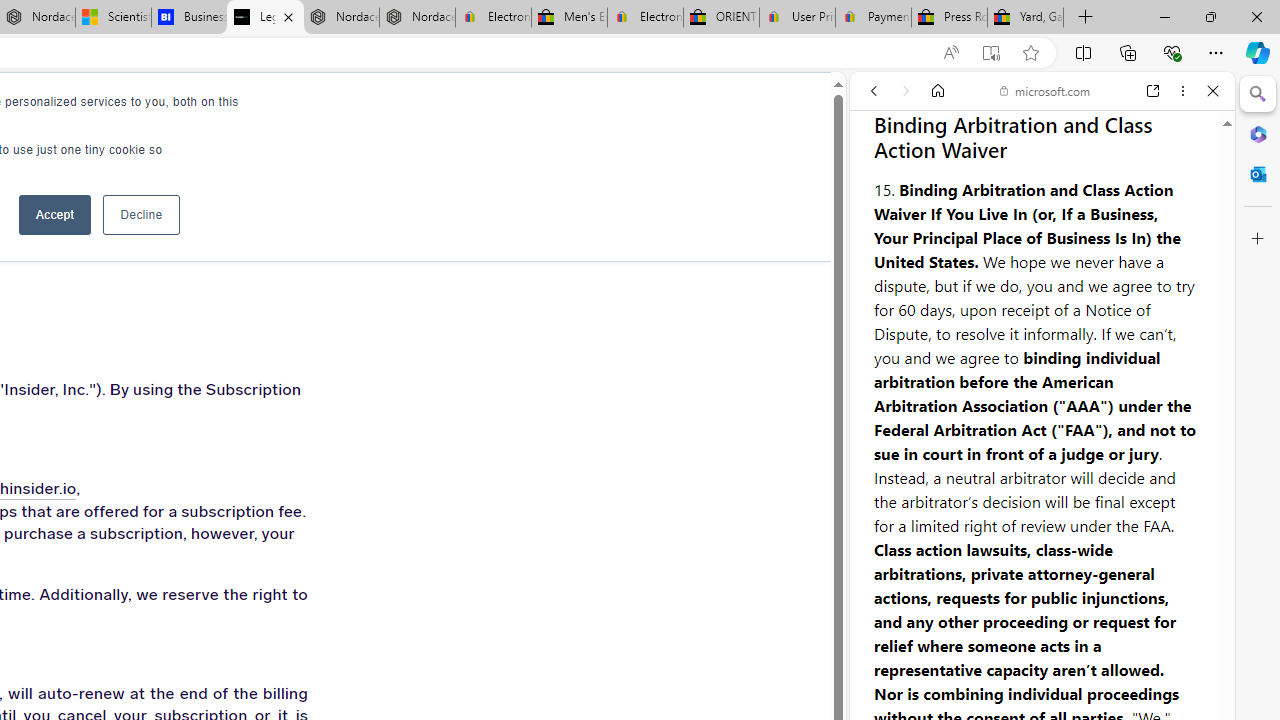 The image size is (1280, 720). Describe the element at coordinates (935, 180) in the screenshot. I see `'This site scope'` at that location.